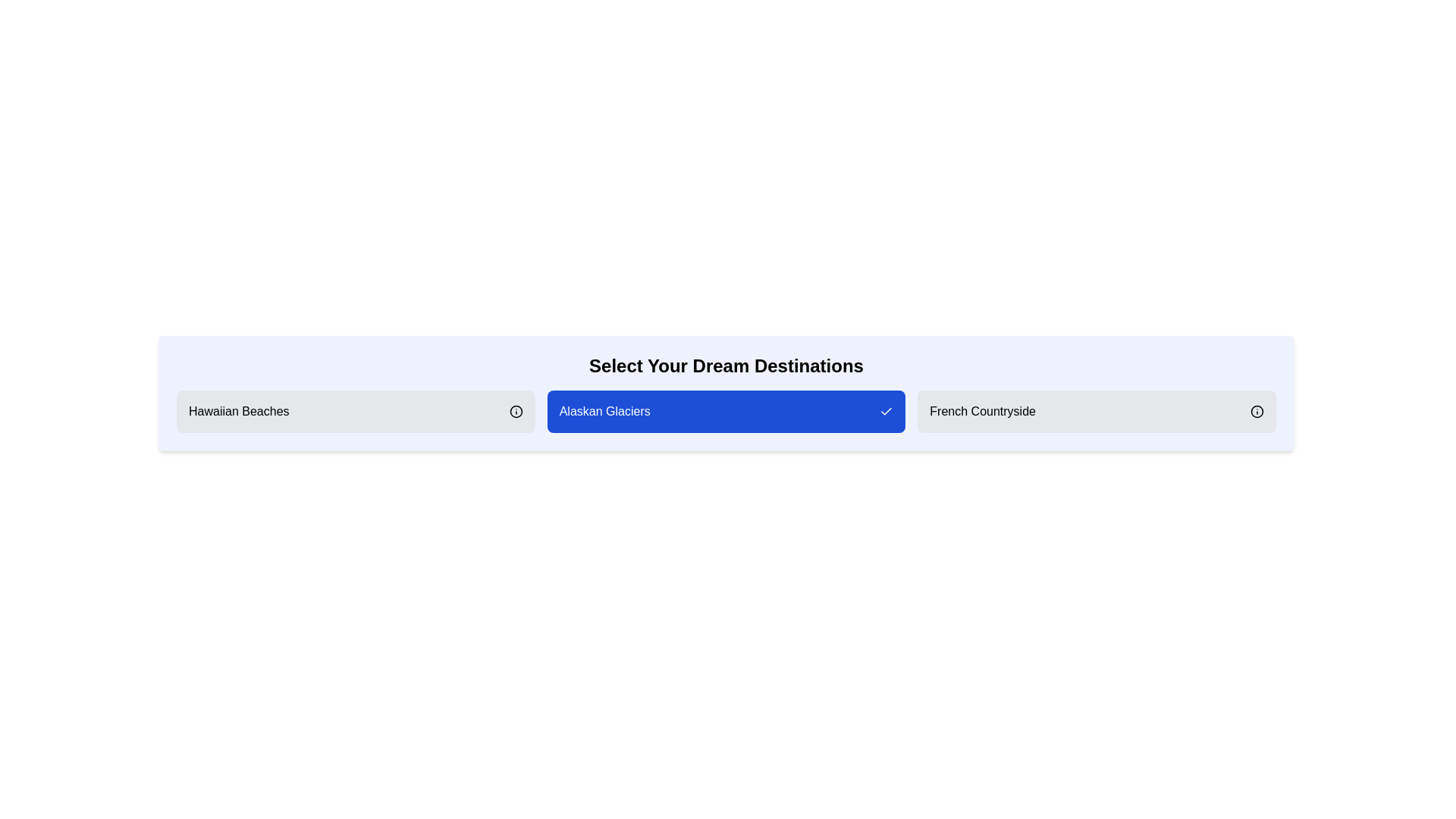 This screenshot has height=819, width=1456. Describe the element at coordinates (726, 454) in the screenshot. I see `the background of the component` at that location.